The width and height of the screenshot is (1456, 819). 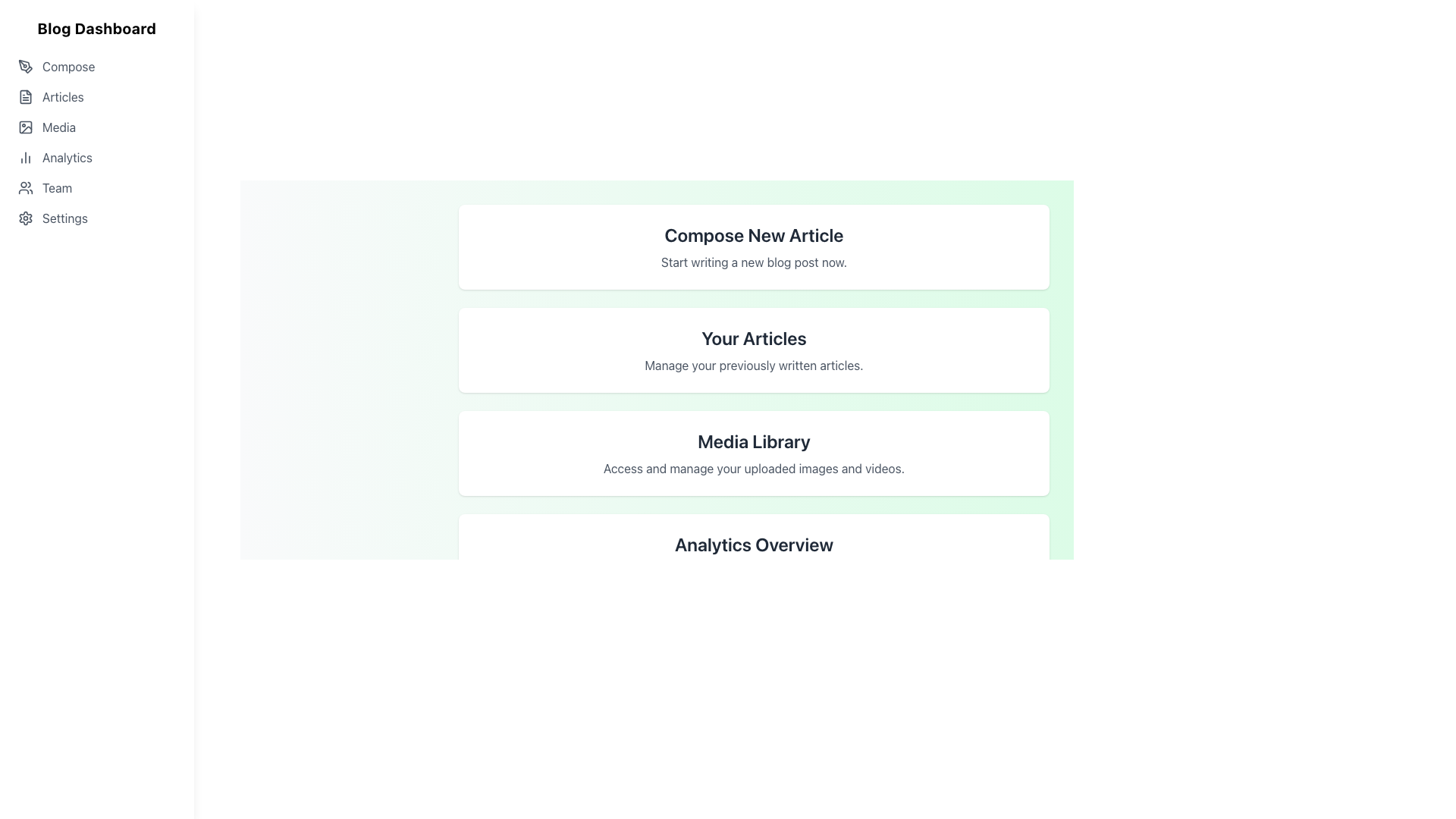 What do you see at coordinates (25, 218) in the screenshot?
I see `the 'Settings' icon located in the left-side navigation panel, which serves as a graphical representation for the settings menu option` at bounding box center [25, 218].